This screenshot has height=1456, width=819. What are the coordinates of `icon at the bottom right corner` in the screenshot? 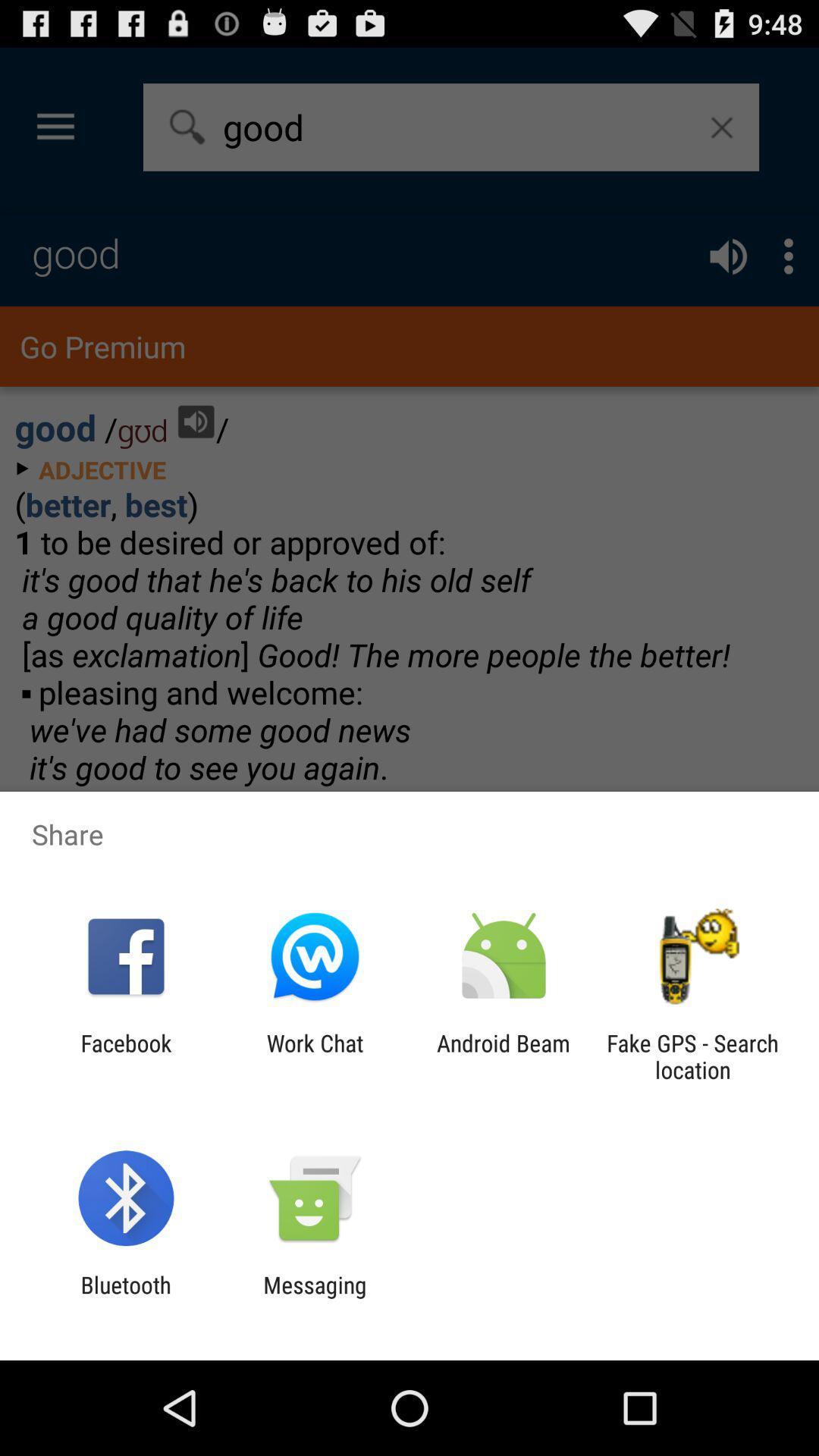 It's located at (692, 1056).